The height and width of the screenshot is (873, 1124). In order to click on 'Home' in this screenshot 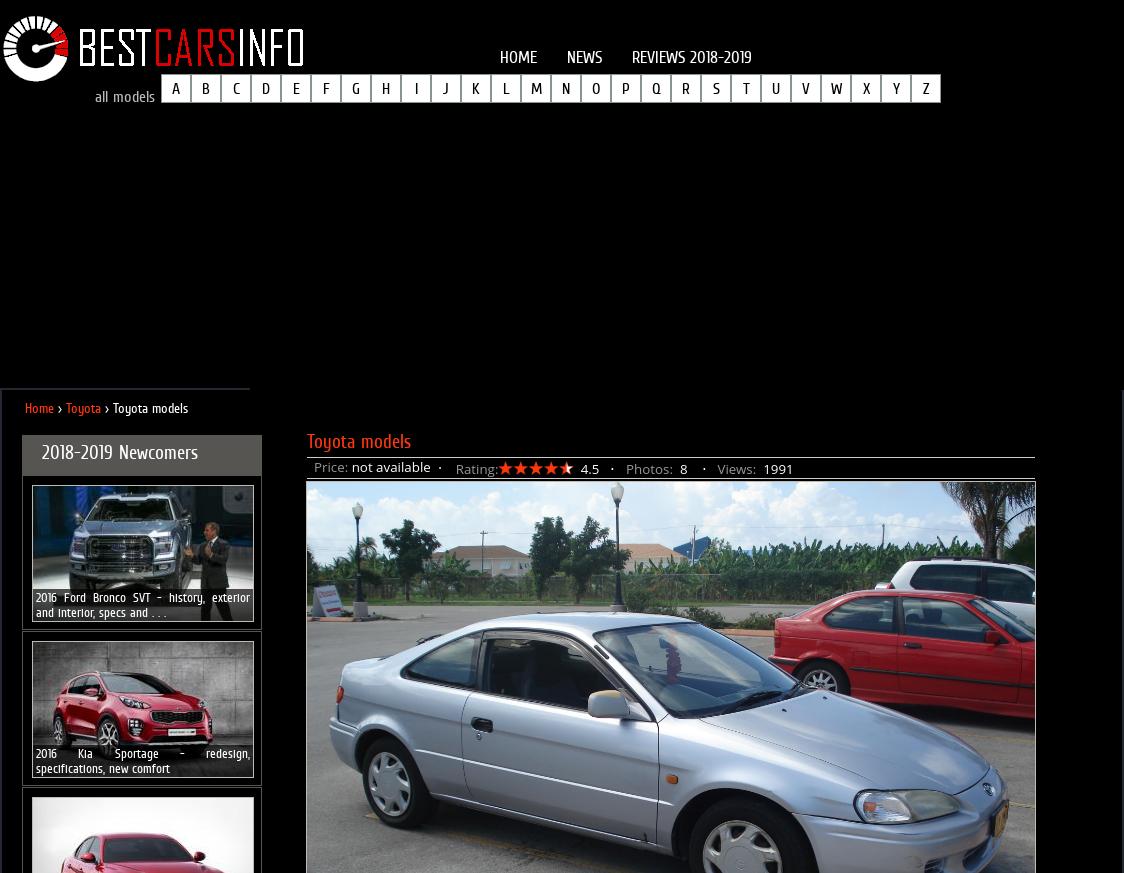, I will do `click(38, 407)`.